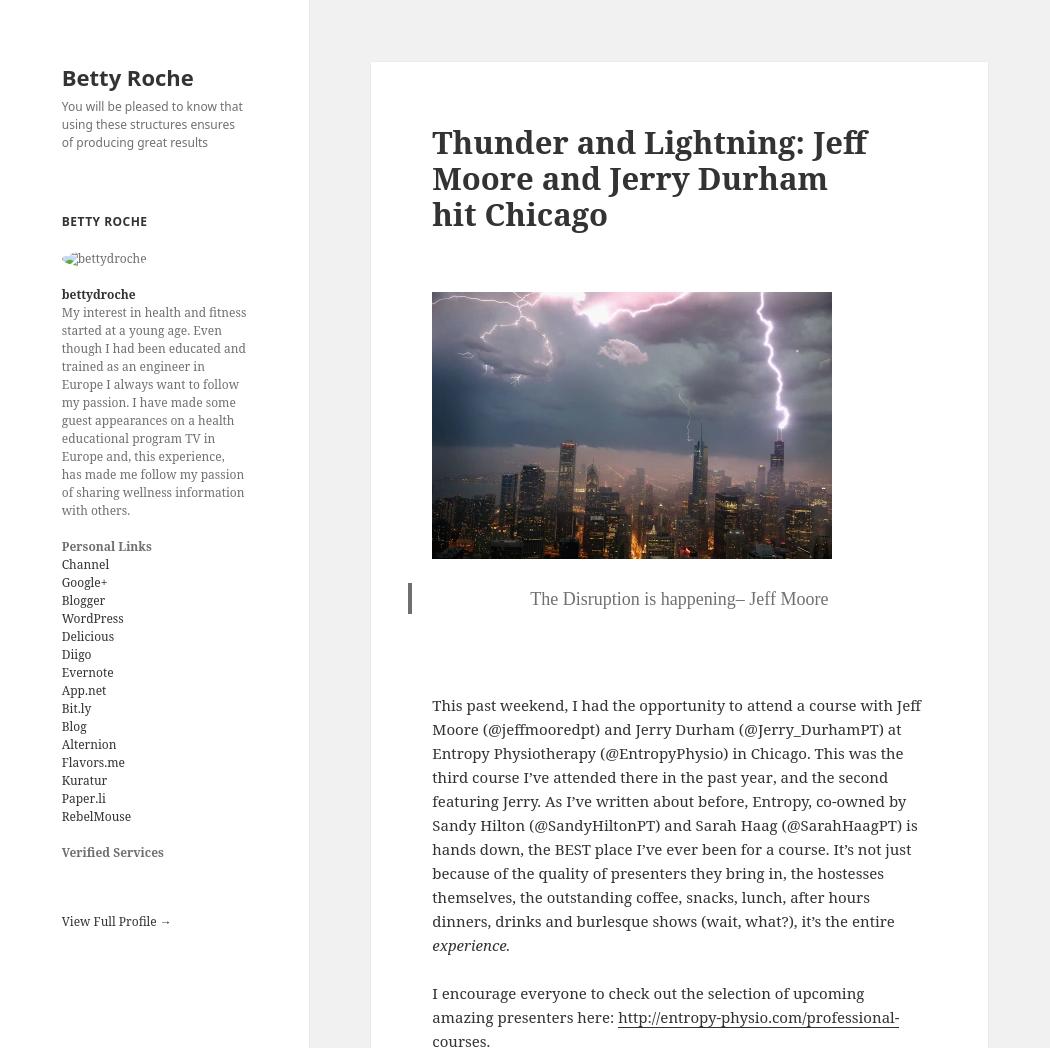 The width and height of the screenshot is (1050, 1048). I want to click on 'Diigo', so click(76, 653).